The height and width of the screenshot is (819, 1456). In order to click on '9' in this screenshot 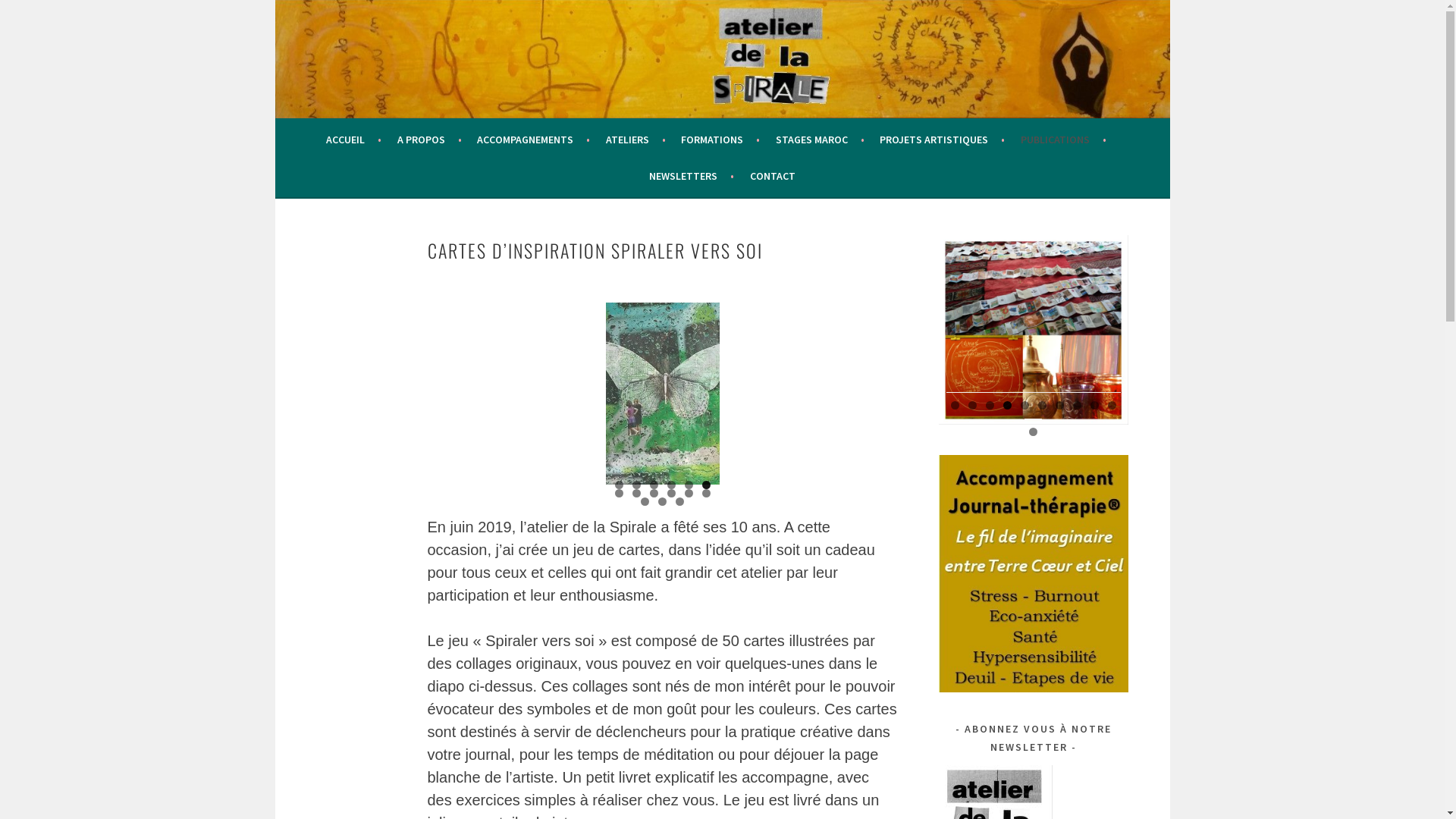, I will do `click(653, 493)`.